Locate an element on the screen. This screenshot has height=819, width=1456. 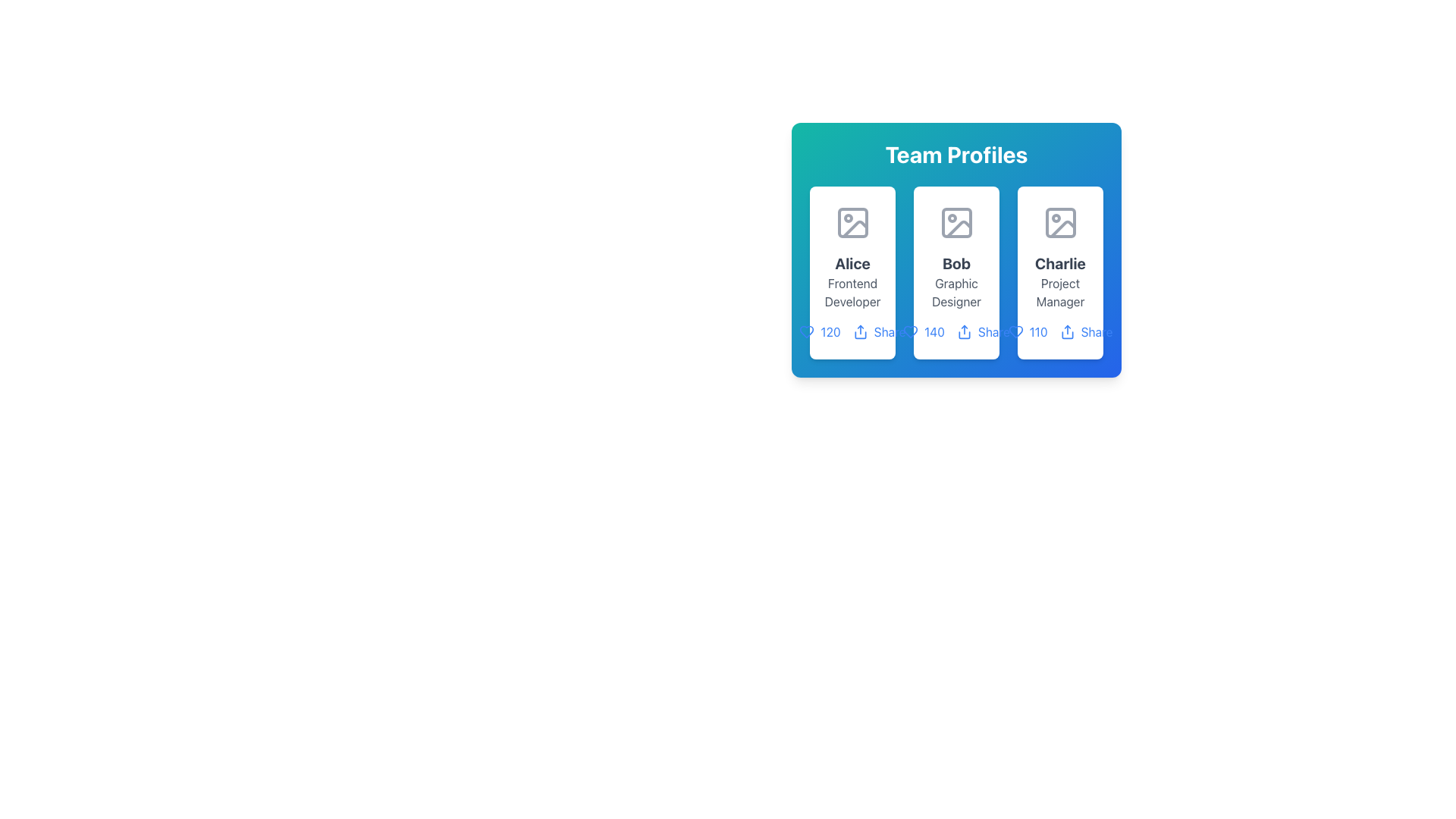
the image placeholder icon on Alice's profile card located in the Team Profiles panel is located at coordinates (852, 222).